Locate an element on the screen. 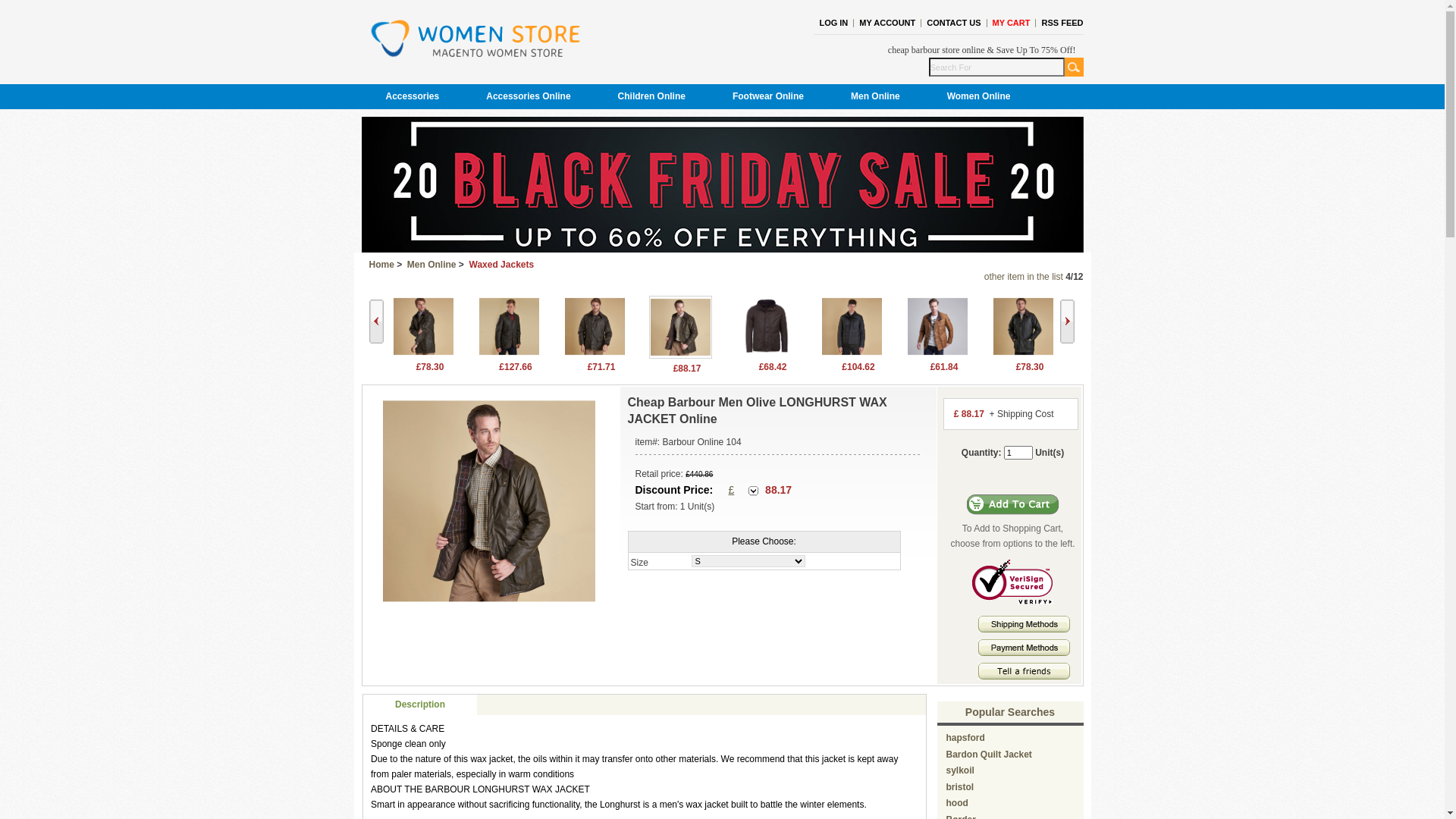  'Bardon Quilt Jacket' is located at coordinates (946, 755).